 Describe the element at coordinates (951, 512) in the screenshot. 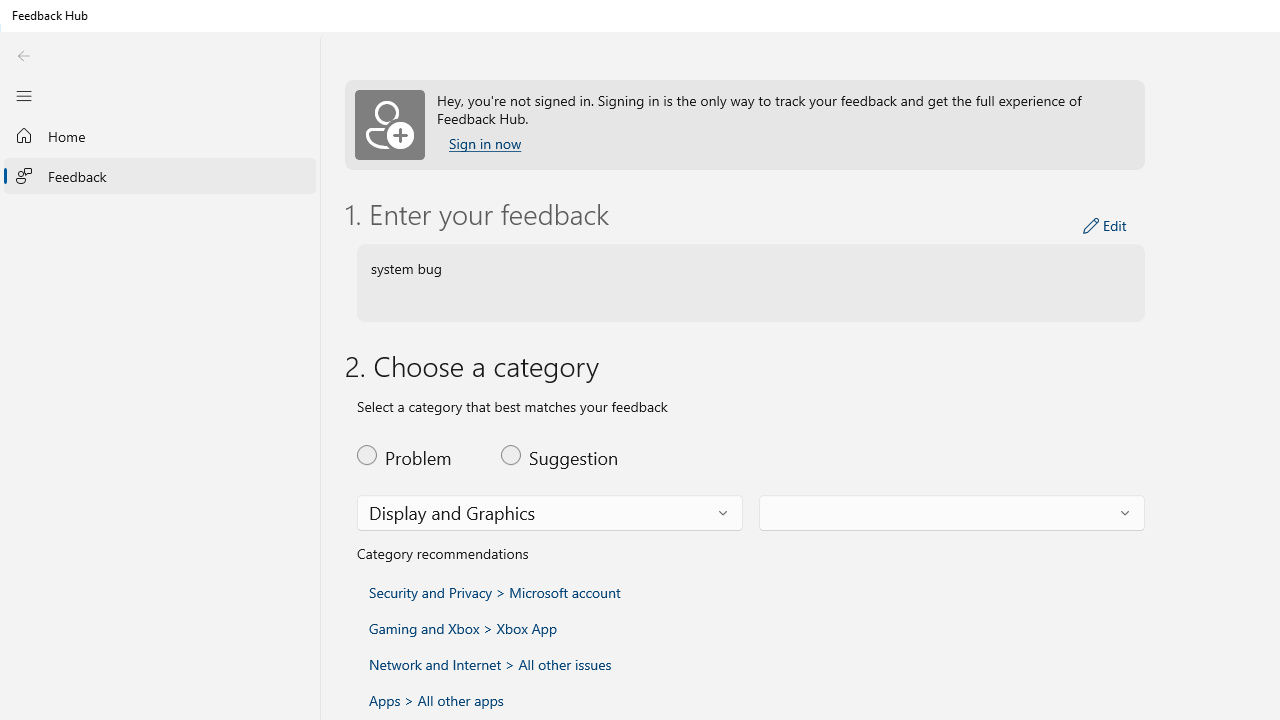

I see `'Feedback subcategory'` at that location.